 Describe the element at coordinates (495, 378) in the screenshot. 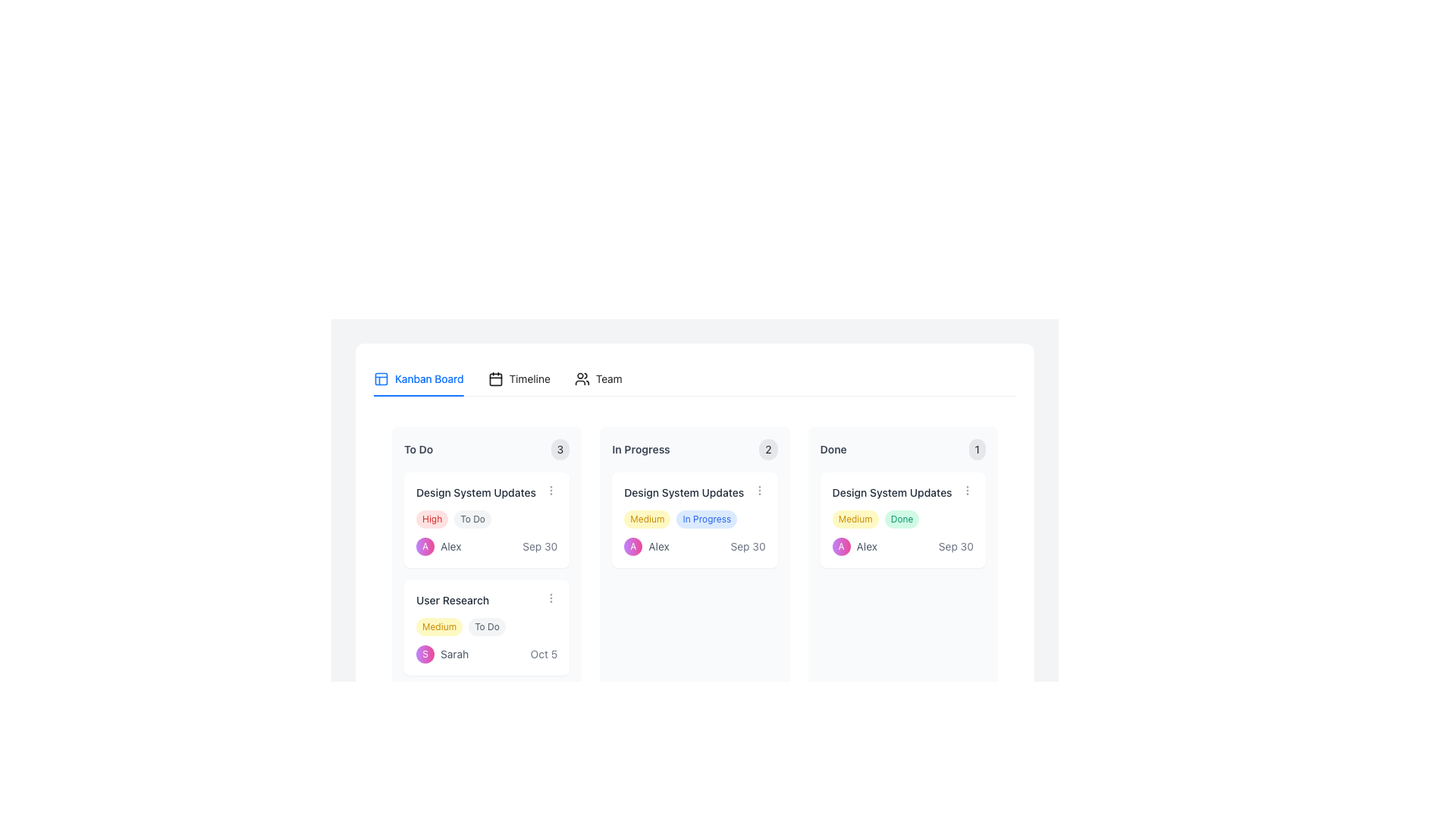

I see `the 'Timeline' icon located in the upper navigation area, which serves as a visual marker for scheduling functionalities` at that location.